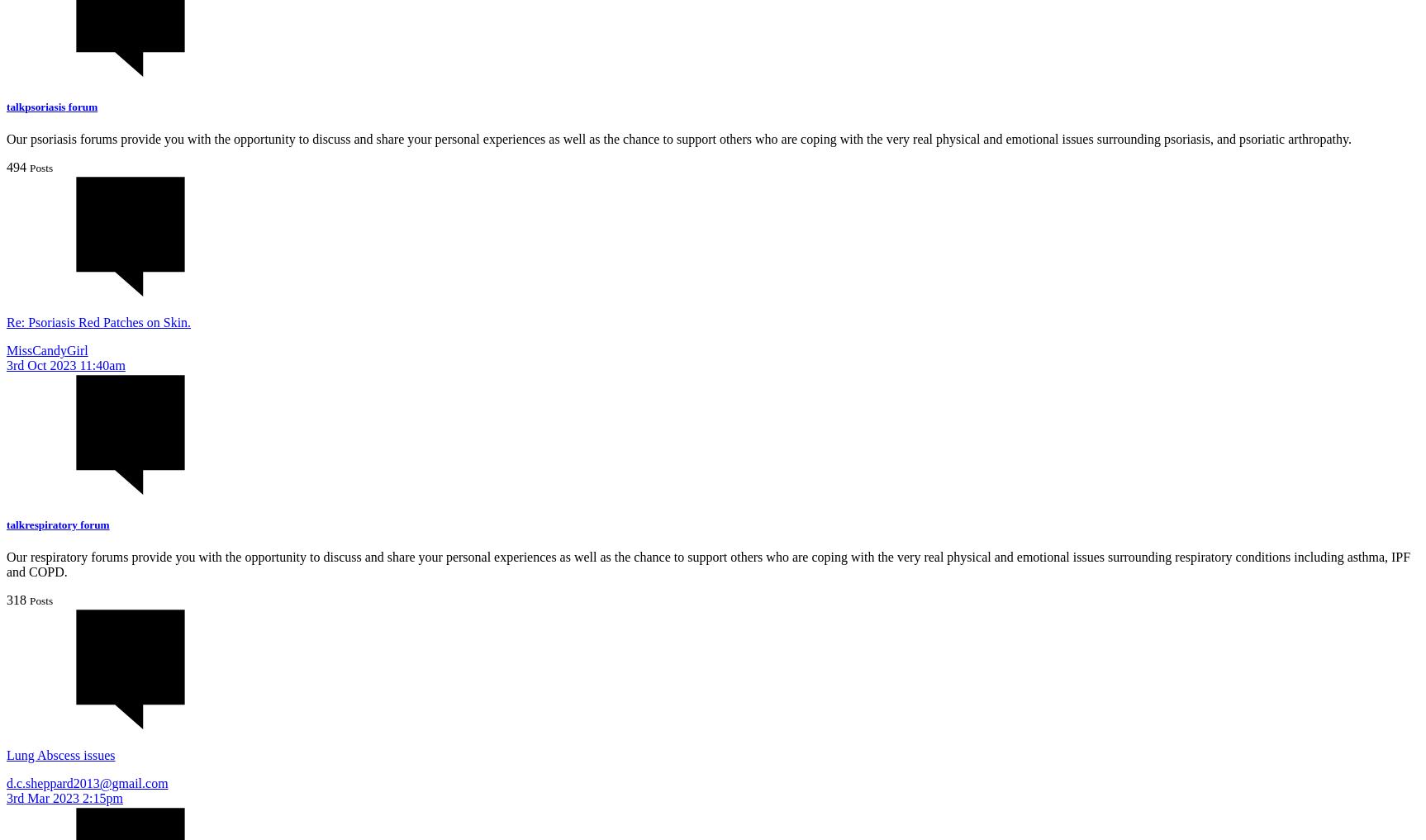 The height and width of the screenshot is (840, 1426). I want to click on '494', so click(17, 166).